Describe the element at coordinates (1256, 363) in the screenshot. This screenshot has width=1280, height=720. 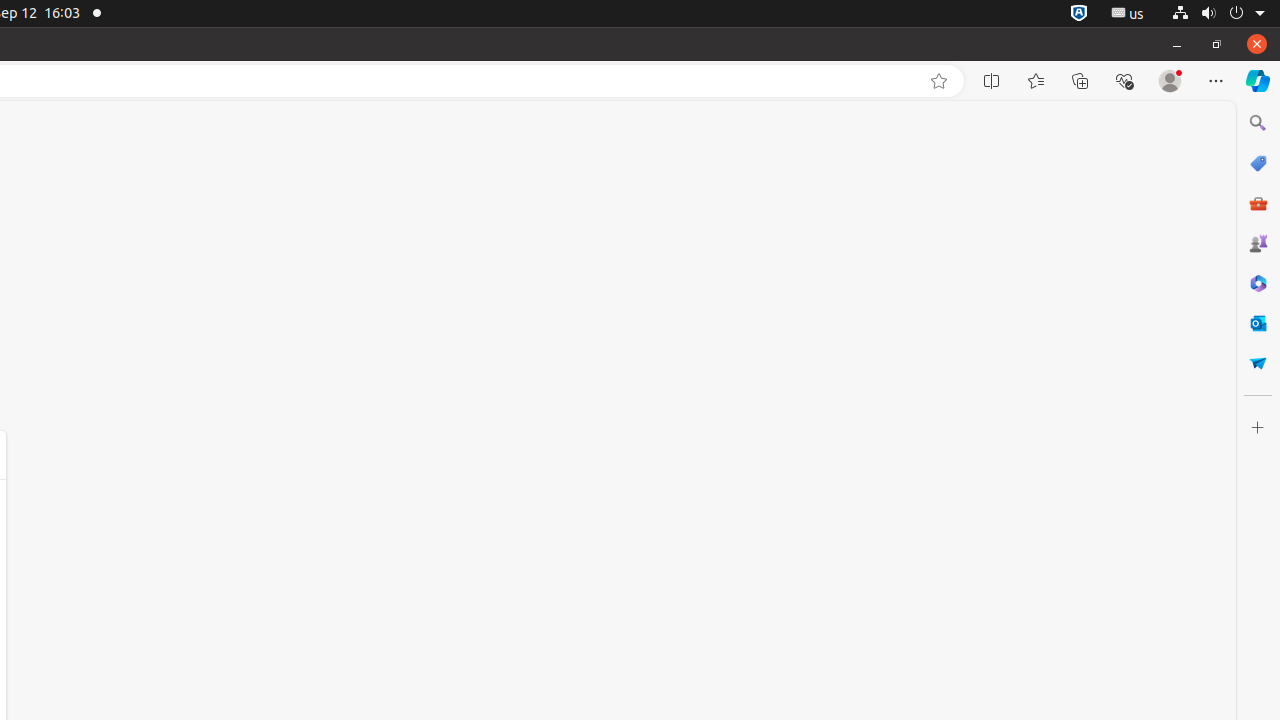
I see `'Drop'` at that location.